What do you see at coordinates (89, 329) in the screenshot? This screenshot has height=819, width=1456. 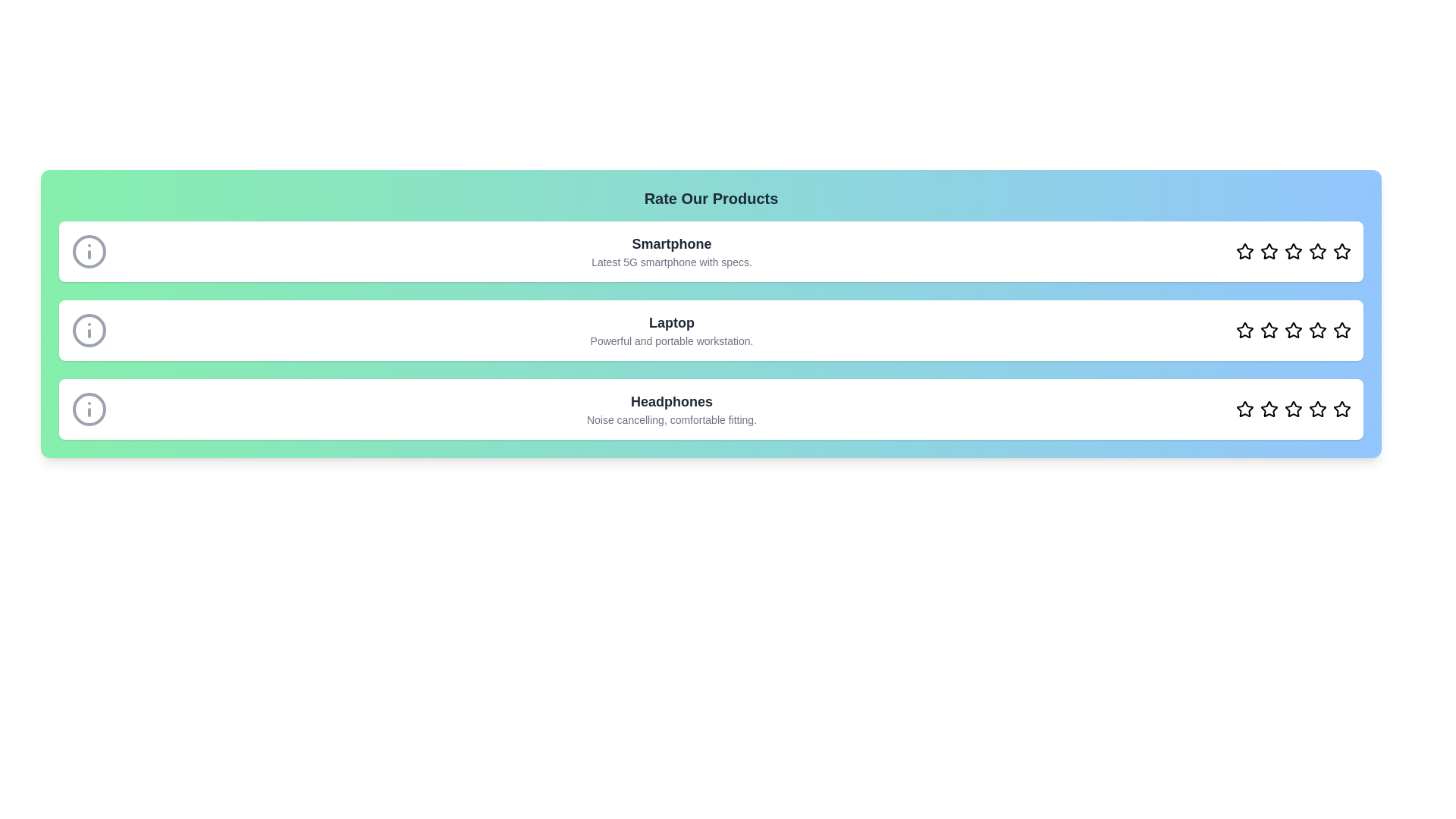 I see `the information icon, which is a gray outlined circle with a smaller letter 'i' in the center, located next to the 'Laptop' section` at bounding box center [89, 329].